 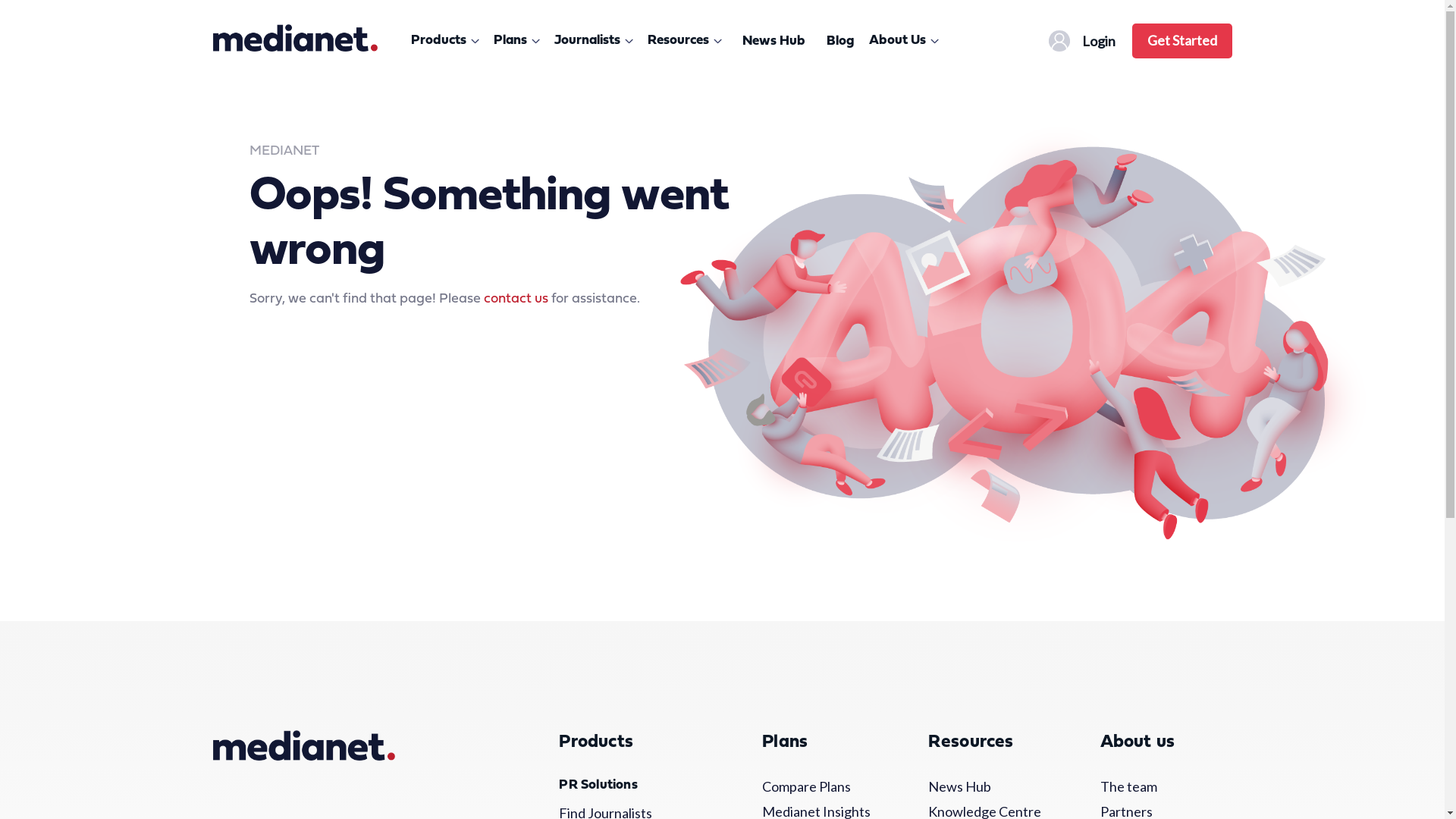 I want to click on 'nav-profile-icon', so click(x=1047, y=40).